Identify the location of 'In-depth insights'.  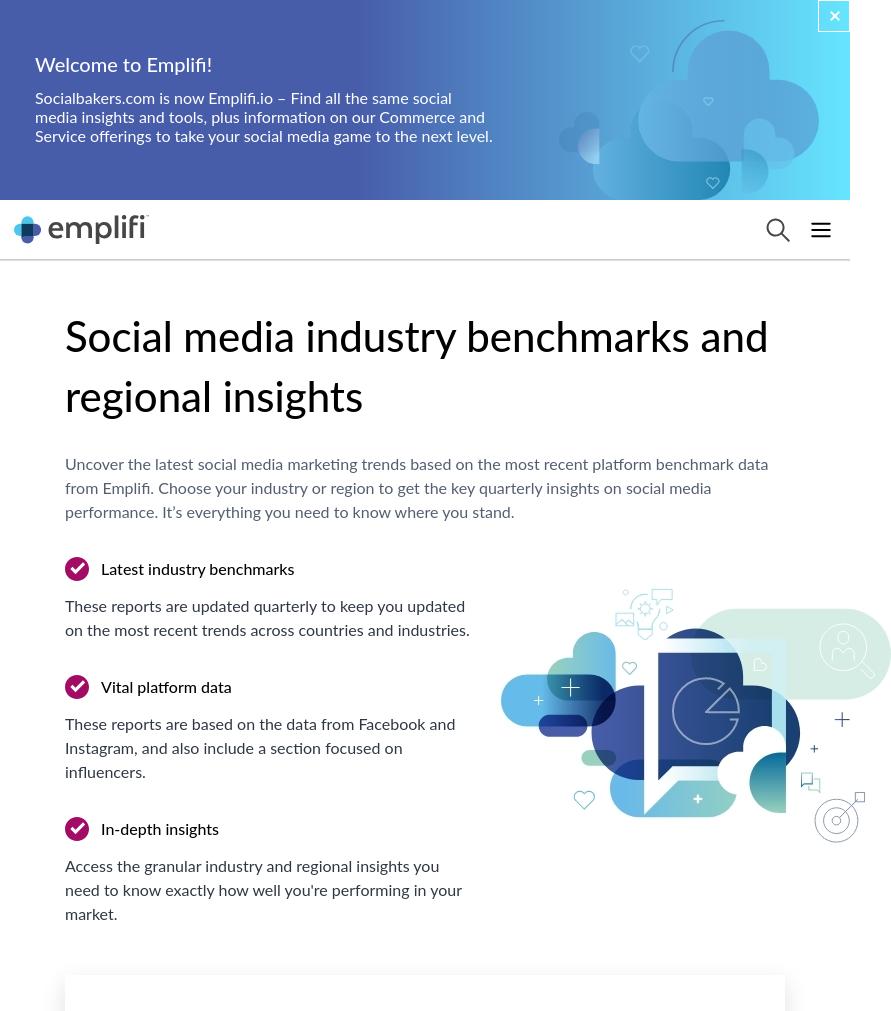
(158, 829).